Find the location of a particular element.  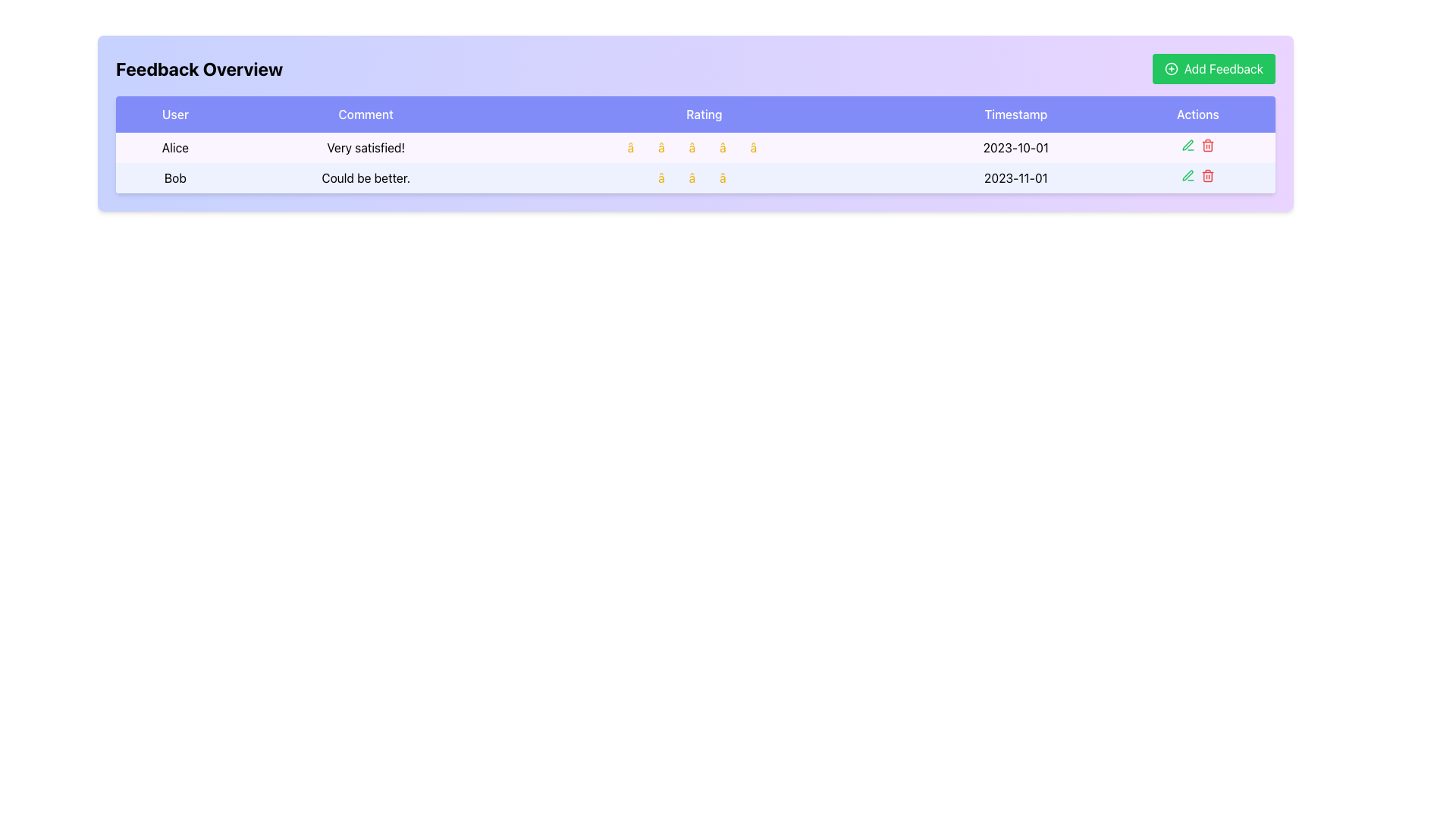

text of the 'Rating' column header, which is the third column header in a table with a blue background and white text is located at coordinates (695, 113).